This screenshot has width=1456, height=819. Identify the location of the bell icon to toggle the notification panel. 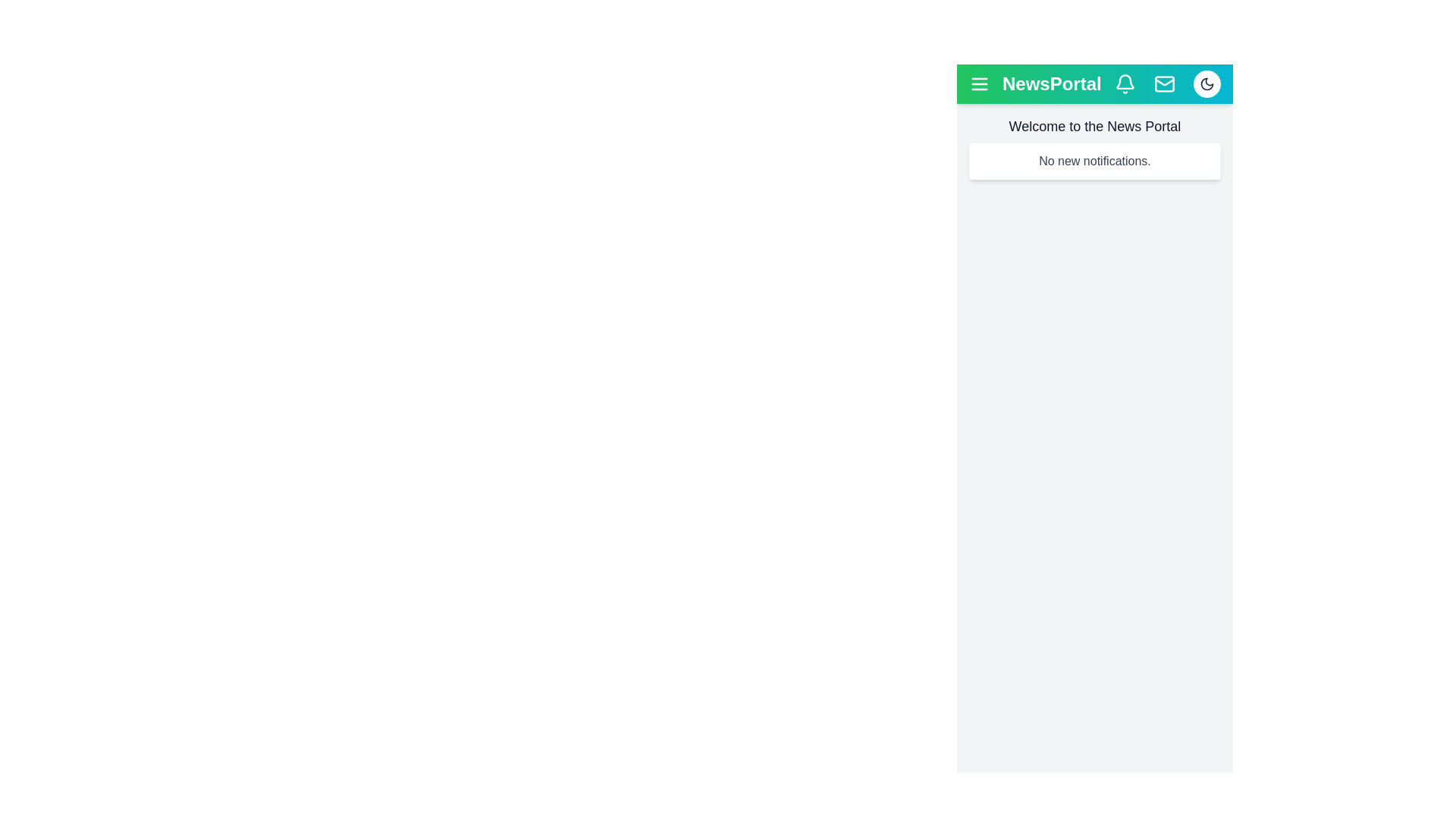
(1125, 84).